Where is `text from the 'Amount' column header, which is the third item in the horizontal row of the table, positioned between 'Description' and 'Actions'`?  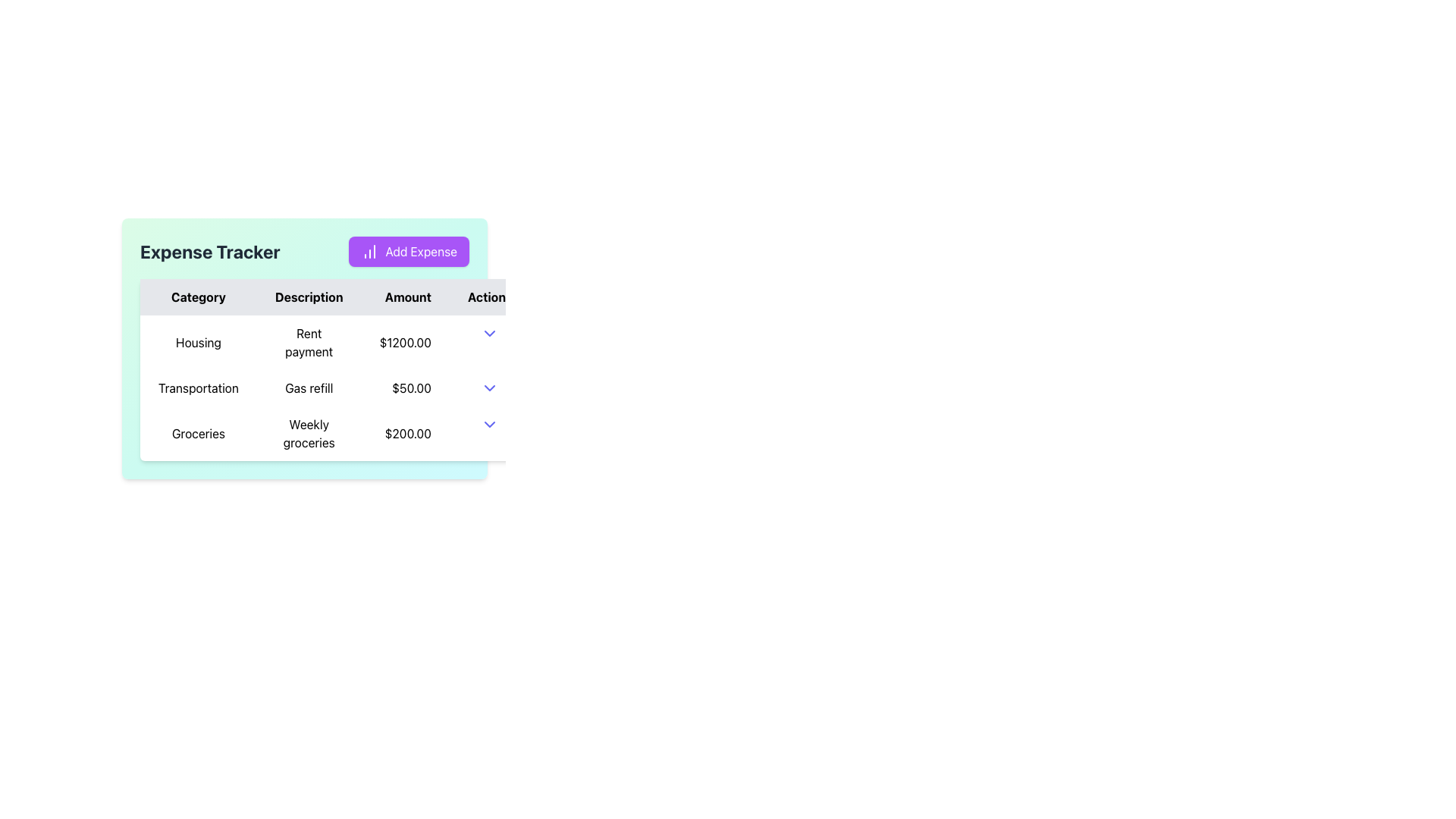
text from the 'Amount' column header, which is the third item in the horizontal row of the table, positioned between 'Description' and 'Actions' is located at coordinates (405, 297).